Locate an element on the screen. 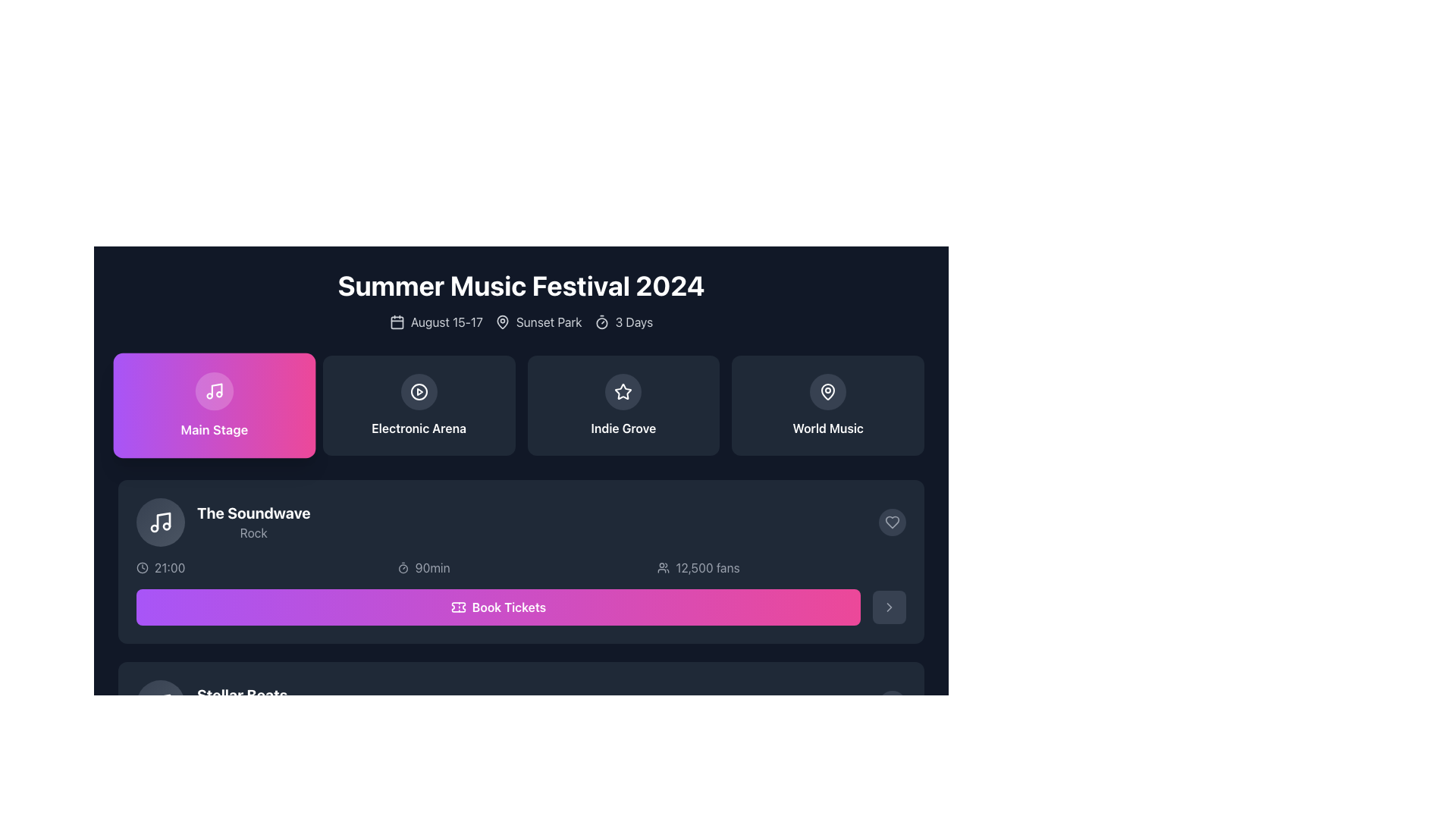 This screenshot has height=819, width=1456. the time display element indicating the start time of an event, located in the leftmost section of a three-column grid under 'The Soundwave - Rock' is located at coordinates (260, 567).